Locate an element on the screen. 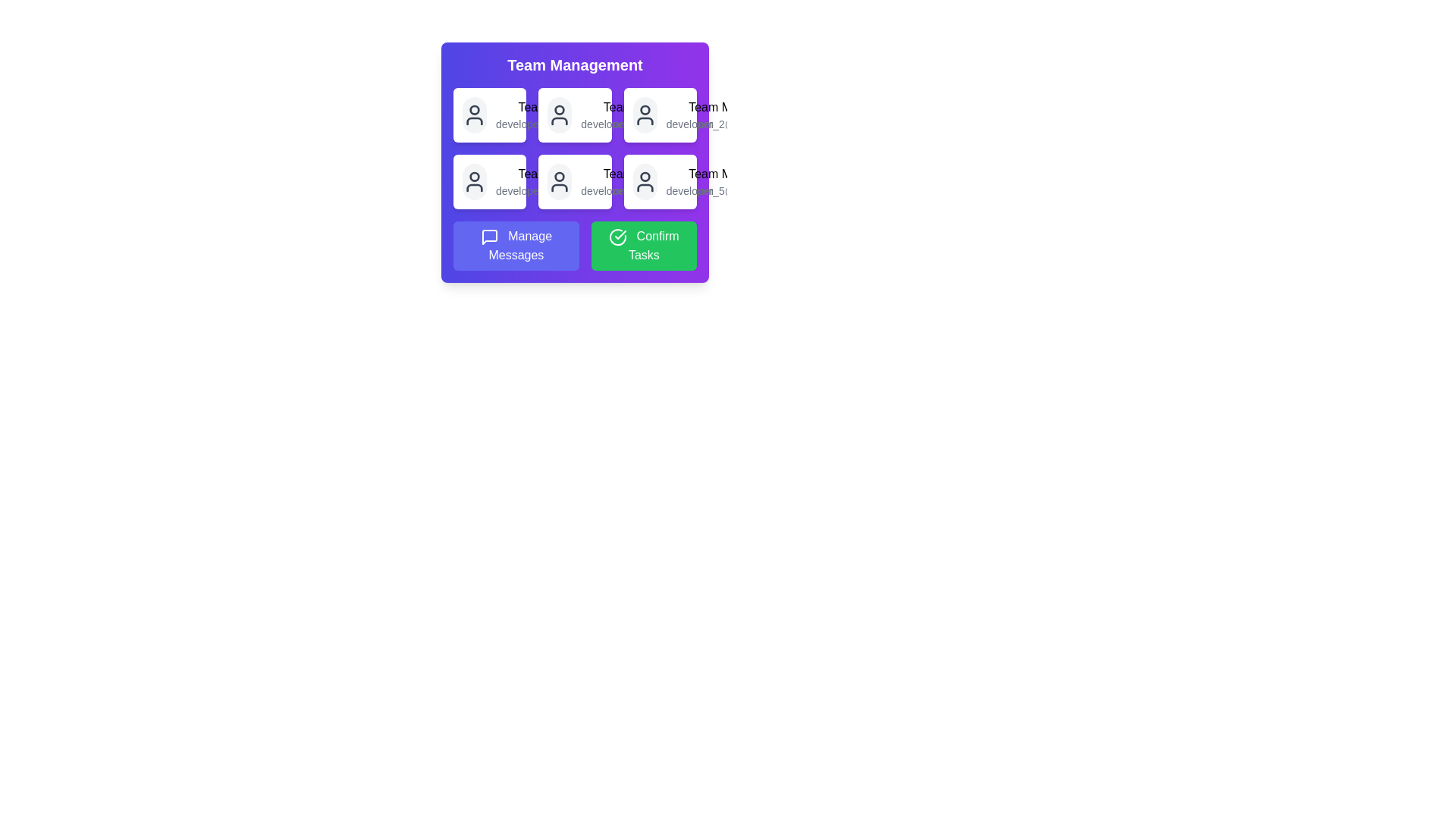  the lower segment of the user profile SVG icon, which is located in the second row and second column of the team grid layout is located at coordinates (473, 187).